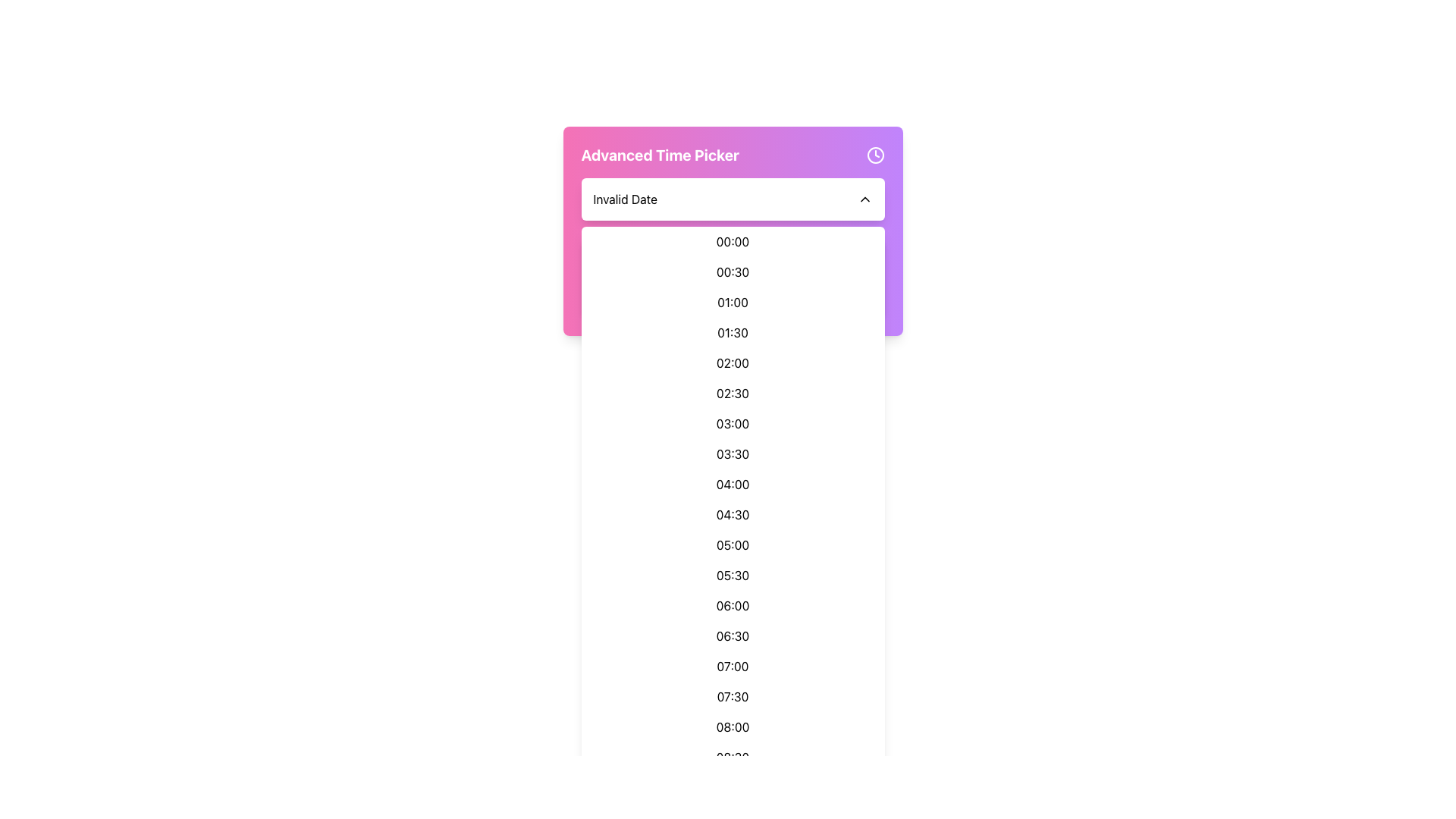 The image size is (1456, 819). Describe the element at coordinates (733, 271) in the screenshot. I see `the selectable list item displaying '00:30' in the dropdown menu` at that location.